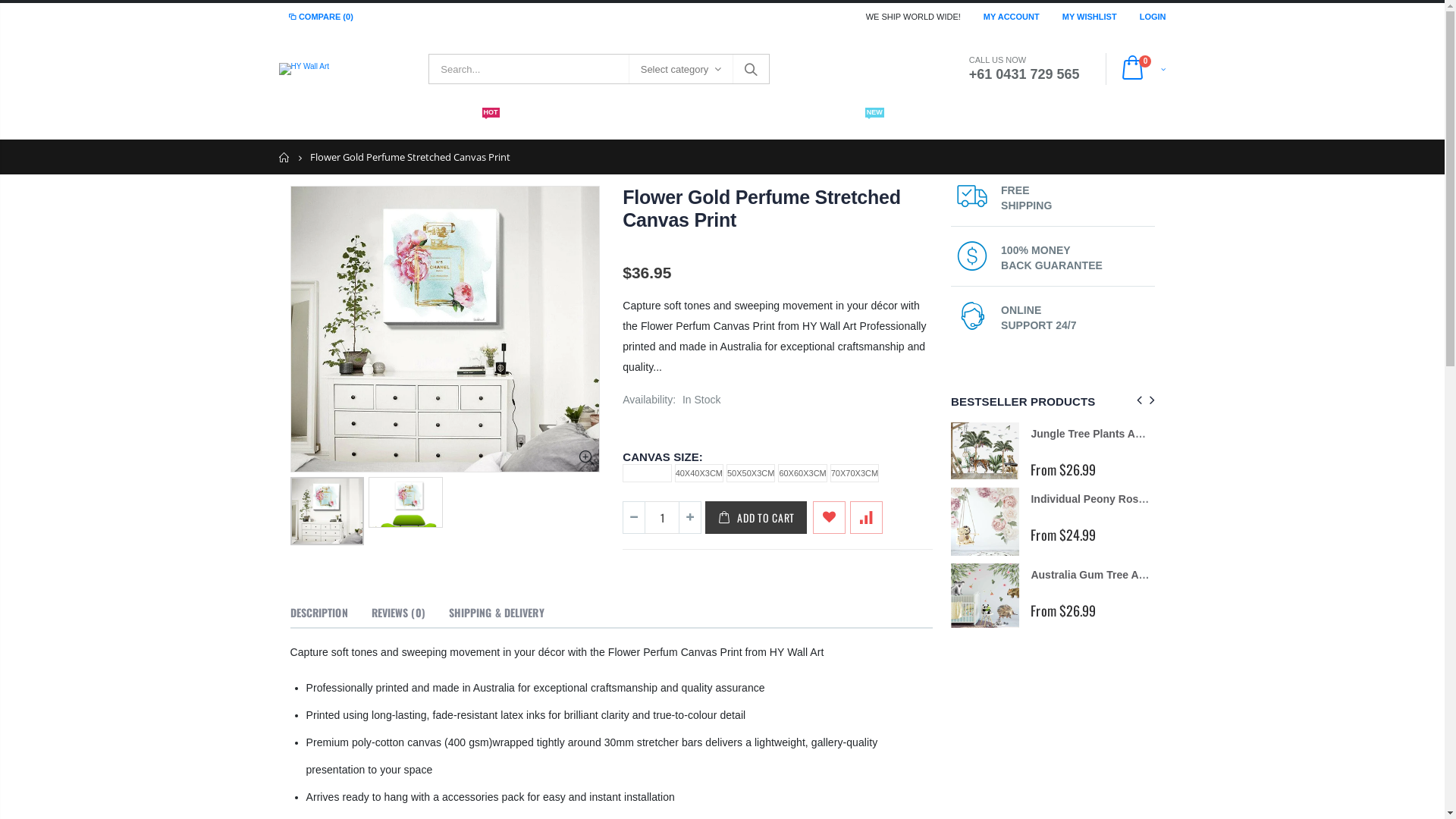 This screenshot has width=1456, height=819. Describe the element at coordinates (555, 122) in the screenshot. I see `'WALL DECAL'` at that location.